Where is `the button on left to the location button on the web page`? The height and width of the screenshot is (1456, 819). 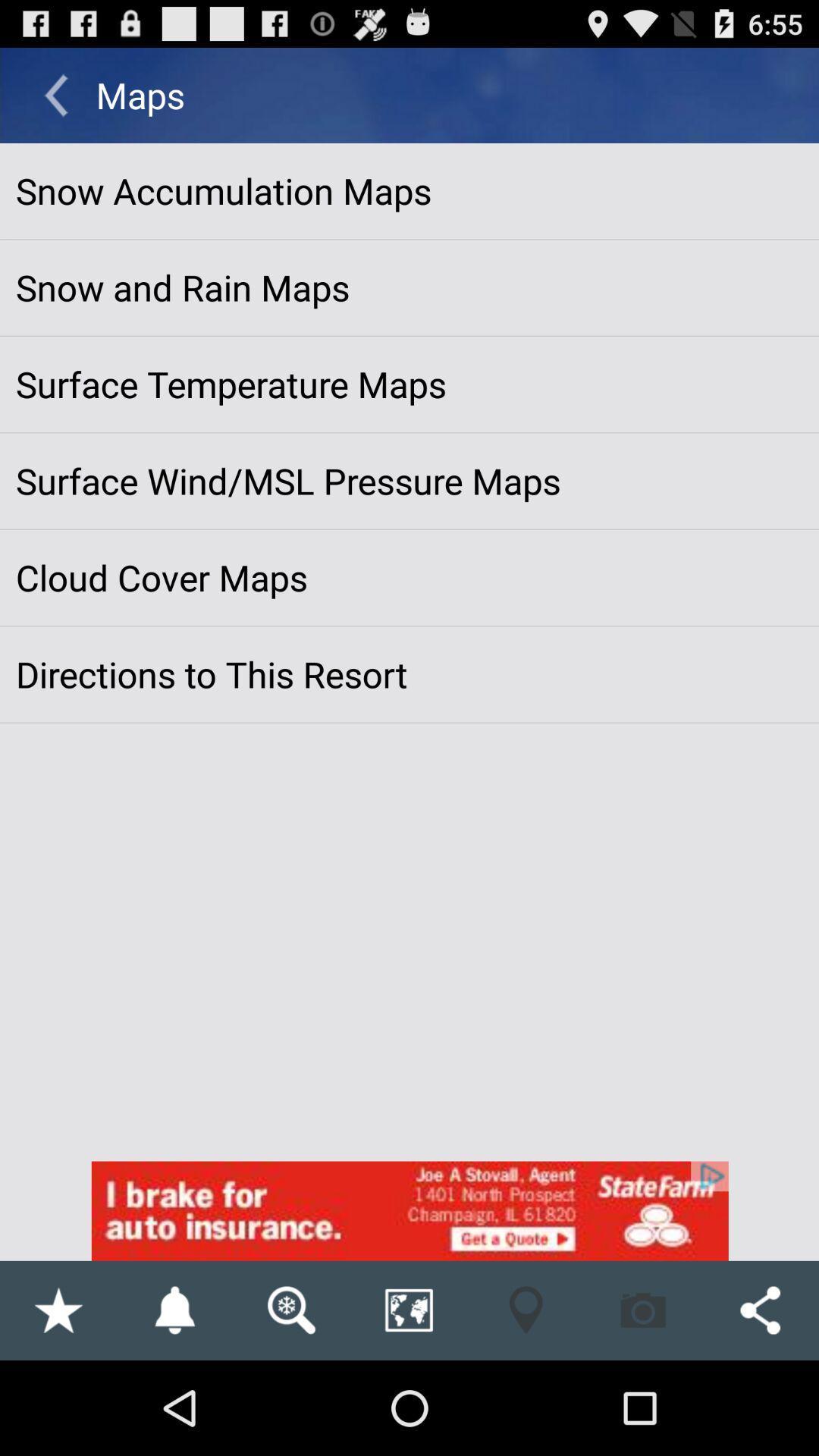 the button on left to the location button on the web page is located at coordinates (408, 1310).